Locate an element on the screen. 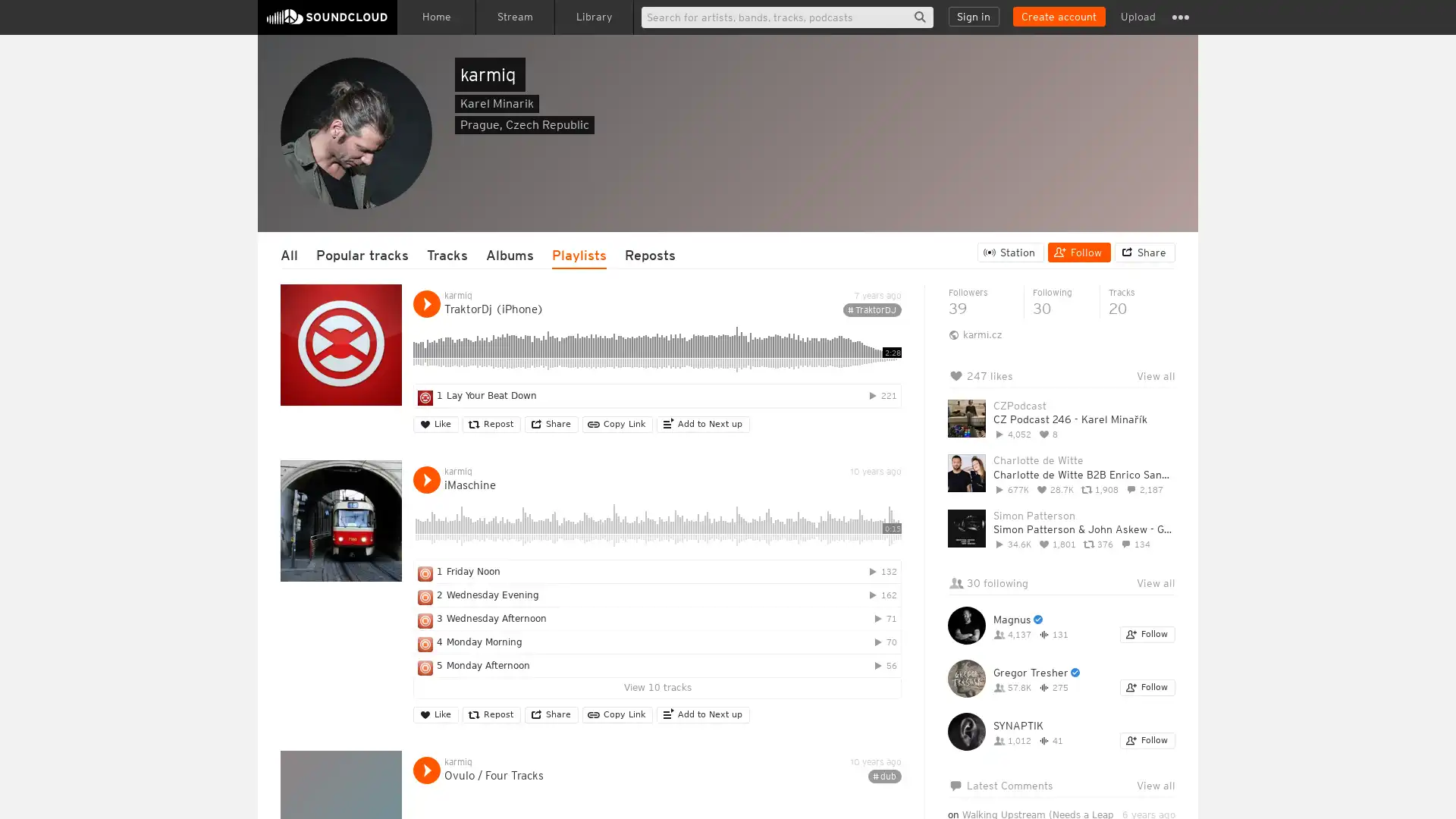 The height and width of the screenshot is (819, 1456). Like is located at coordinates (435, 714).